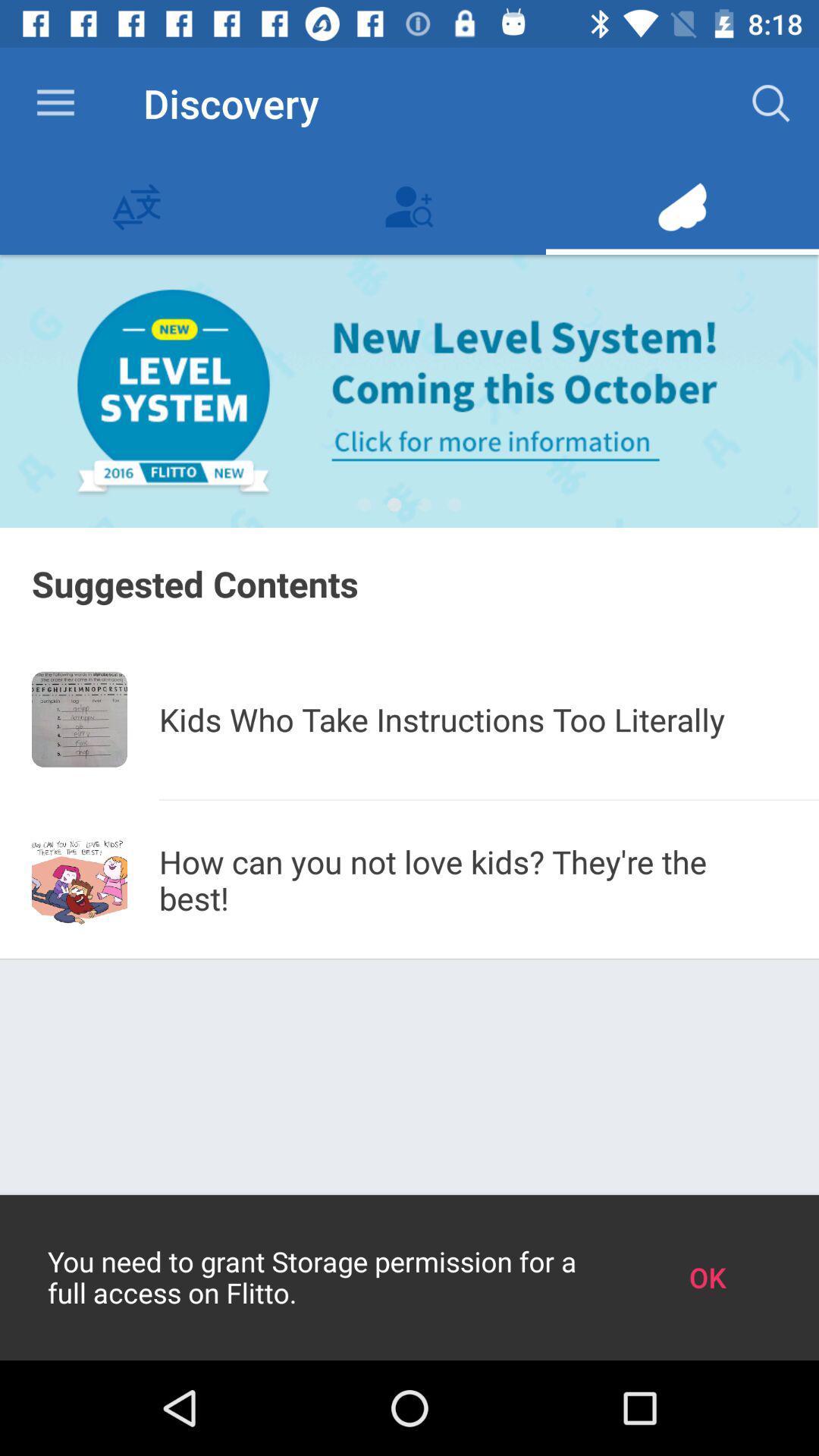 The width and height of the screenshot is (819, 1456). What do you see at coordinates (771, 102) in the screenshot?
I see `the app to the right of discovery` at bounding box center [771, 102].